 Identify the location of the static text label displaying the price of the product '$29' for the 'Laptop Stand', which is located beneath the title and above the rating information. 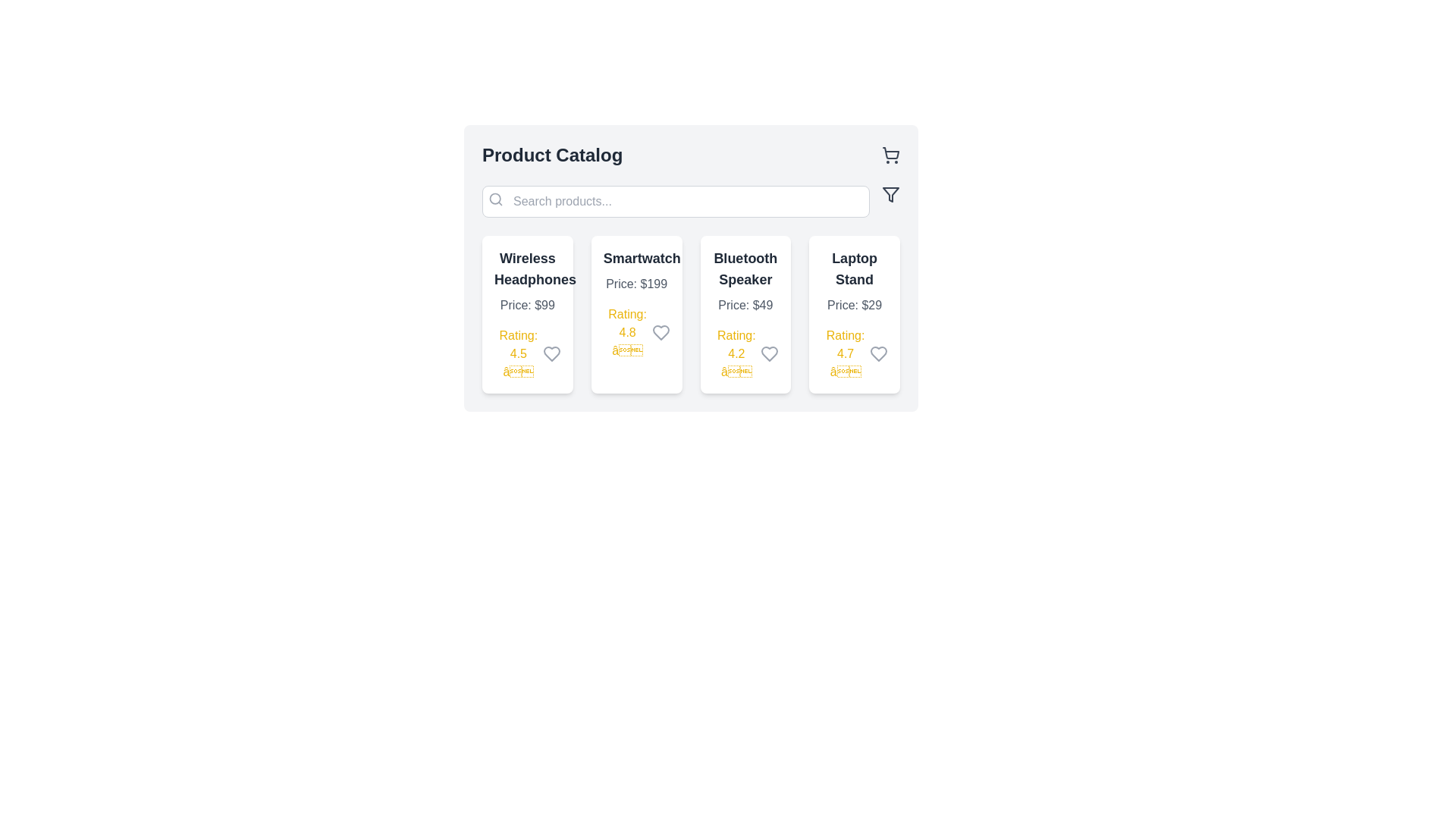
(855, 305).